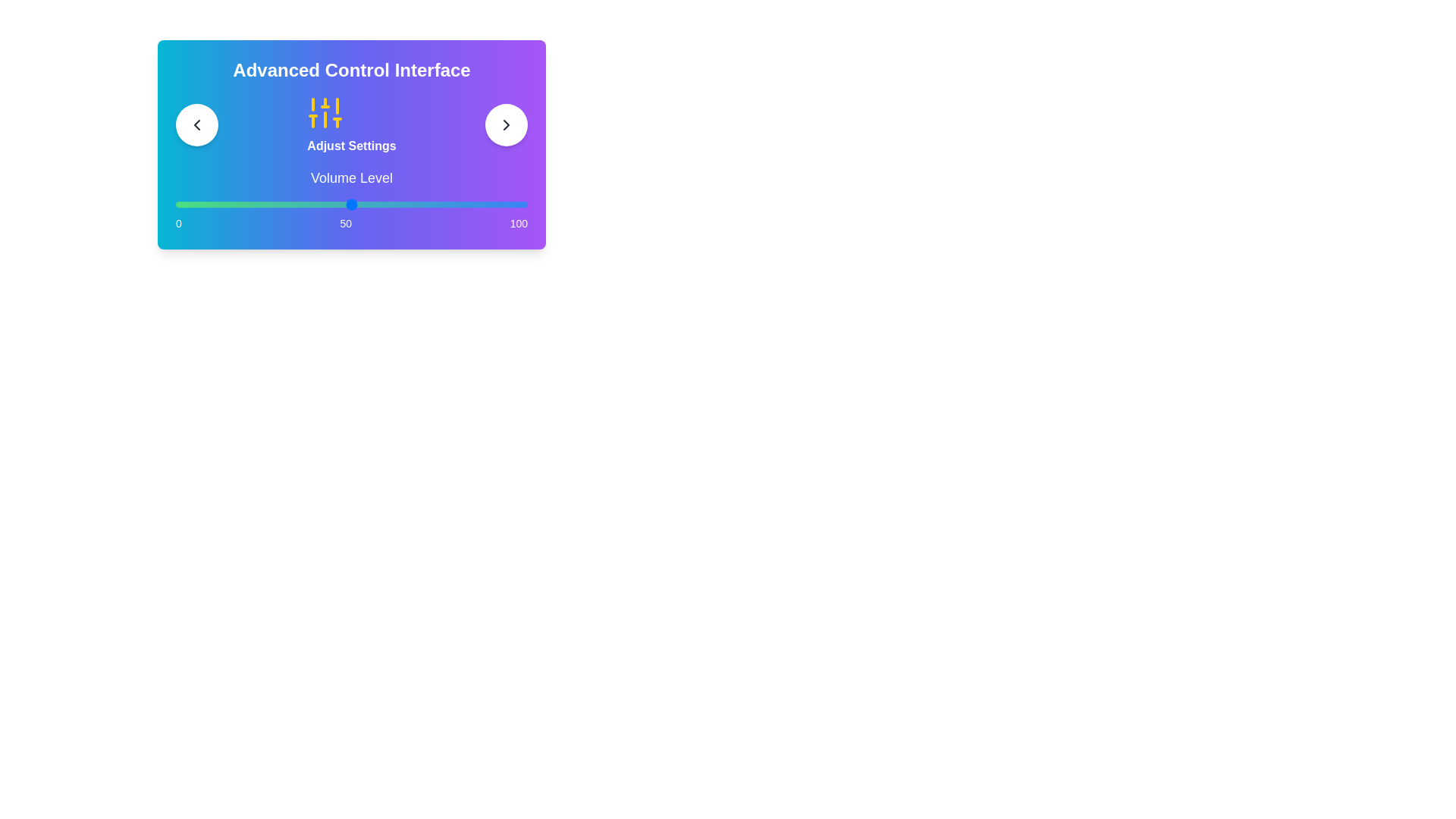 This screenshot has width=1456, height=819. What do you see at coordinates (496, 205) in the screenshot?
I see `the slider to set the value to 91` at bounding box center [496, 205].